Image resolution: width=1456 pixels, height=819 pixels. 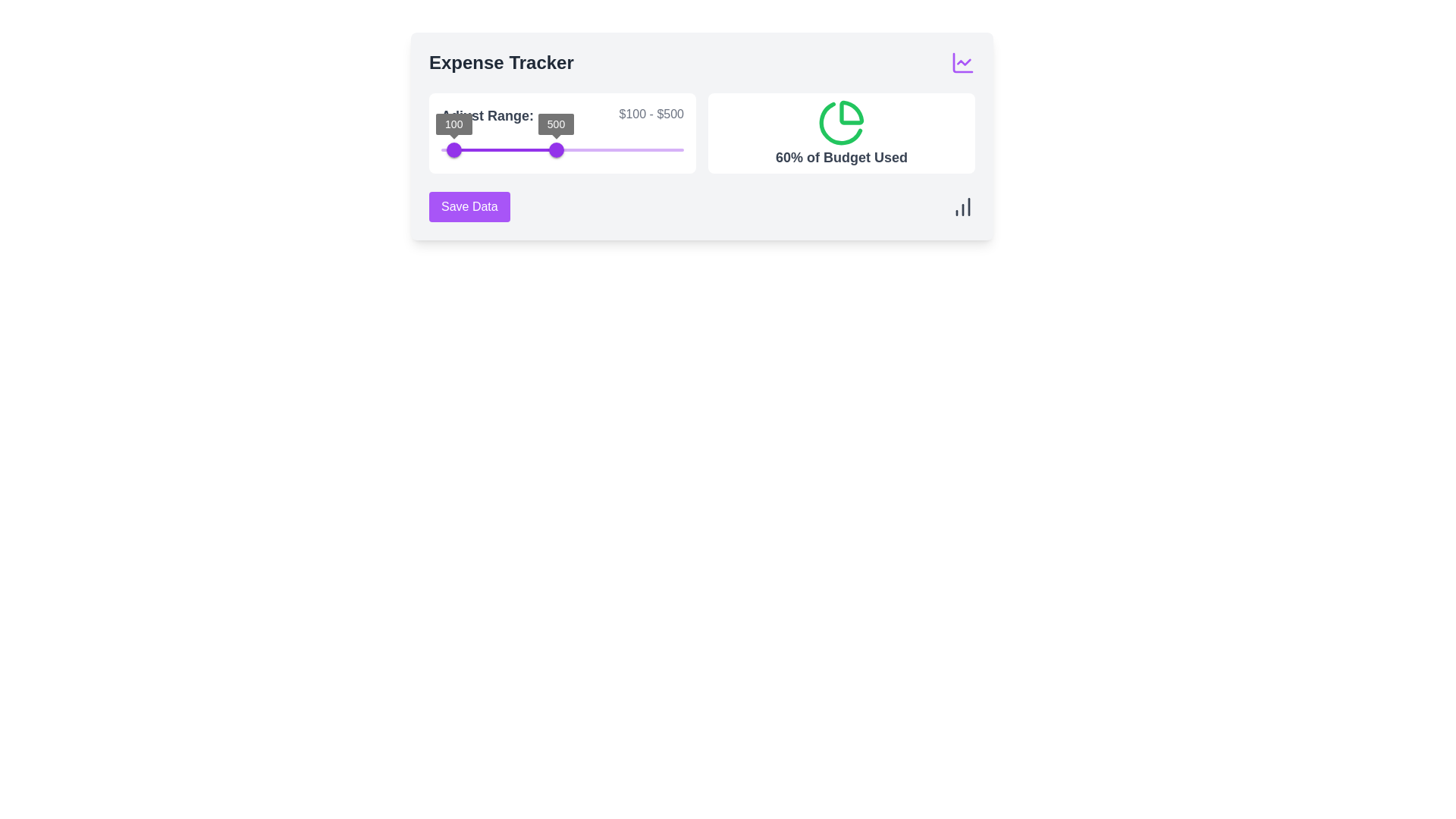 What do you see at coordinates (589, 152) in the screenshot?
I see `the target slider's value` at bounding box center [589, 152].